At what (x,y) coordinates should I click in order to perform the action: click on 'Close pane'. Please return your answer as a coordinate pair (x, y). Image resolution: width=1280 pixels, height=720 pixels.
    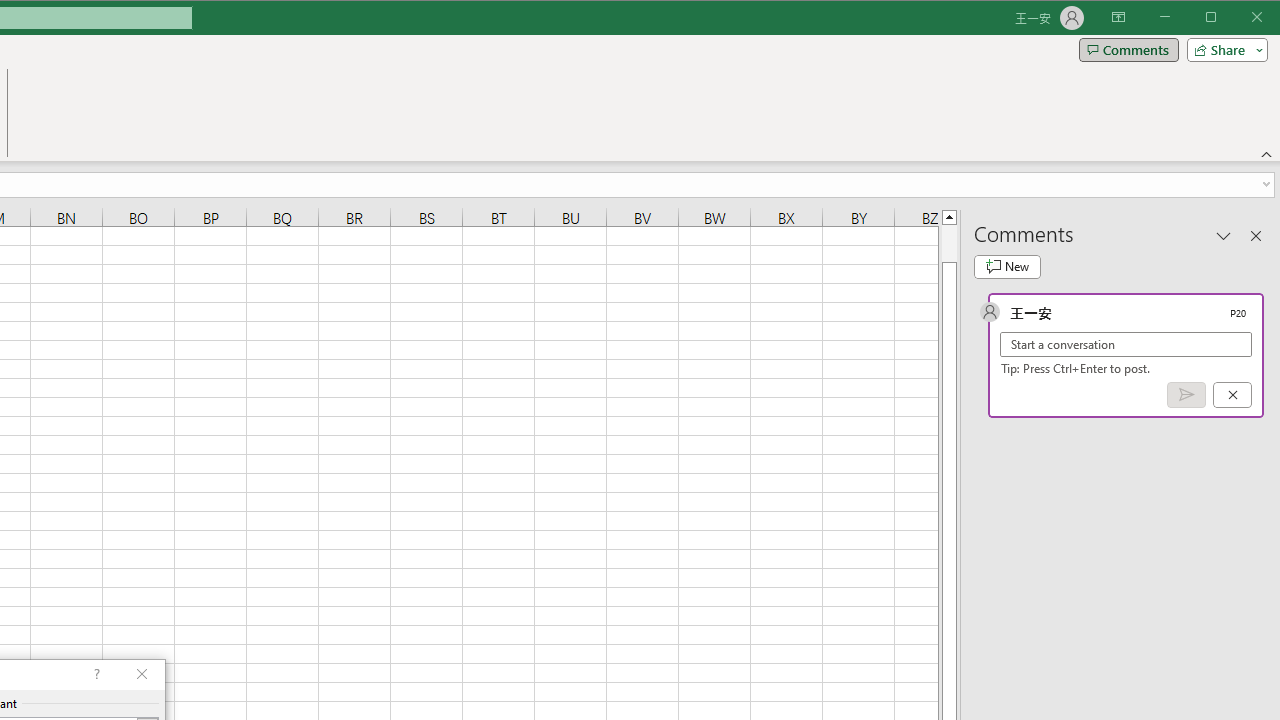
    Looking at the image, I should click on (1255, 234).